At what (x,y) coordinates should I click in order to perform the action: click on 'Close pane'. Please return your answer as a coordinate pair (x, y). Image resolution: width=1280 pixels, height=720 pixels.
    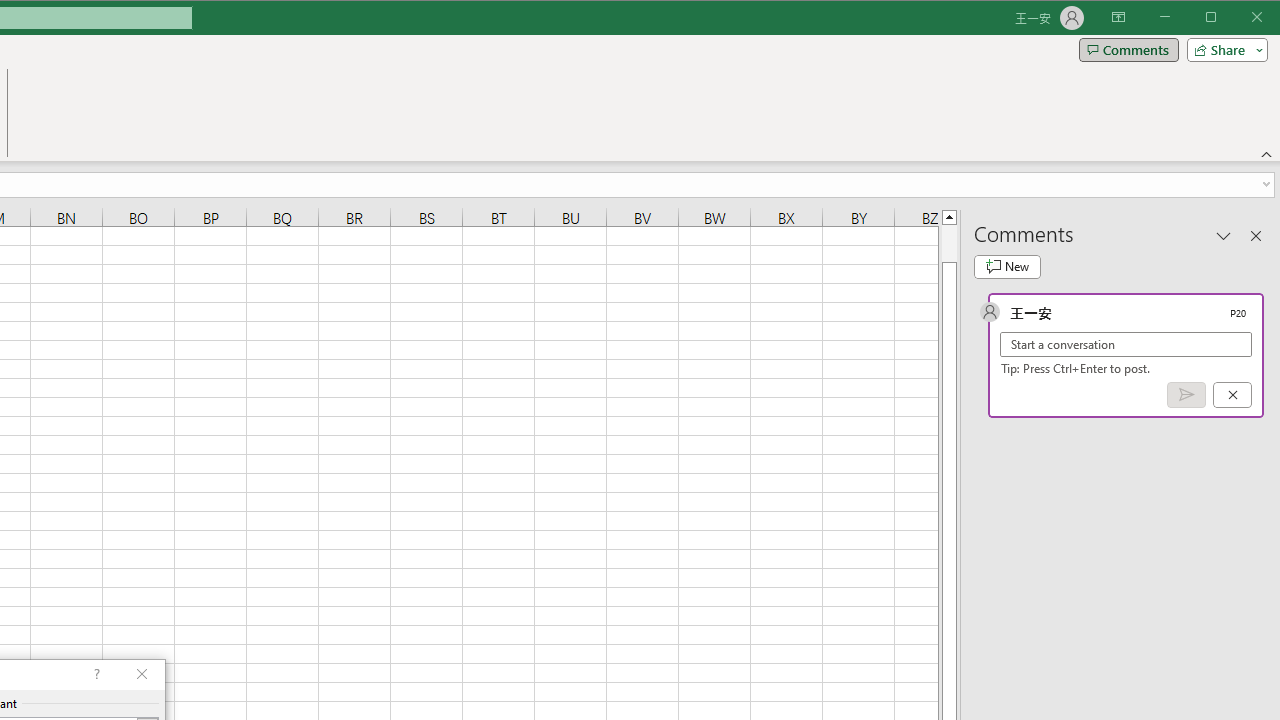
    Looking at the image, I should click on (1255, 234).